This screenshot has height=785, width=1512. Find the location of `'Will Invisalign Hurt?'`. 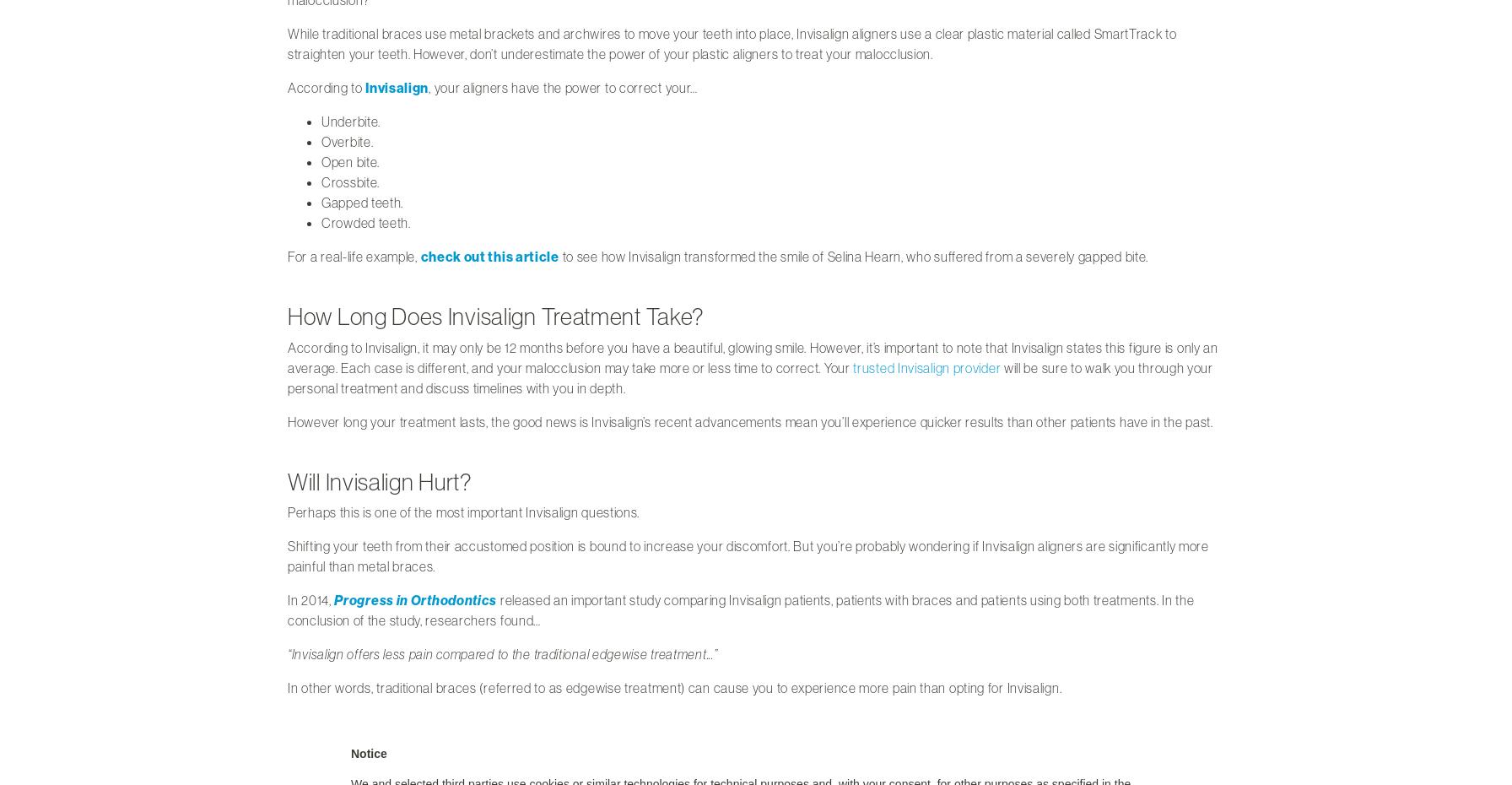

'Will Invisalign Hurt?' is located at coordinates (379, 480).